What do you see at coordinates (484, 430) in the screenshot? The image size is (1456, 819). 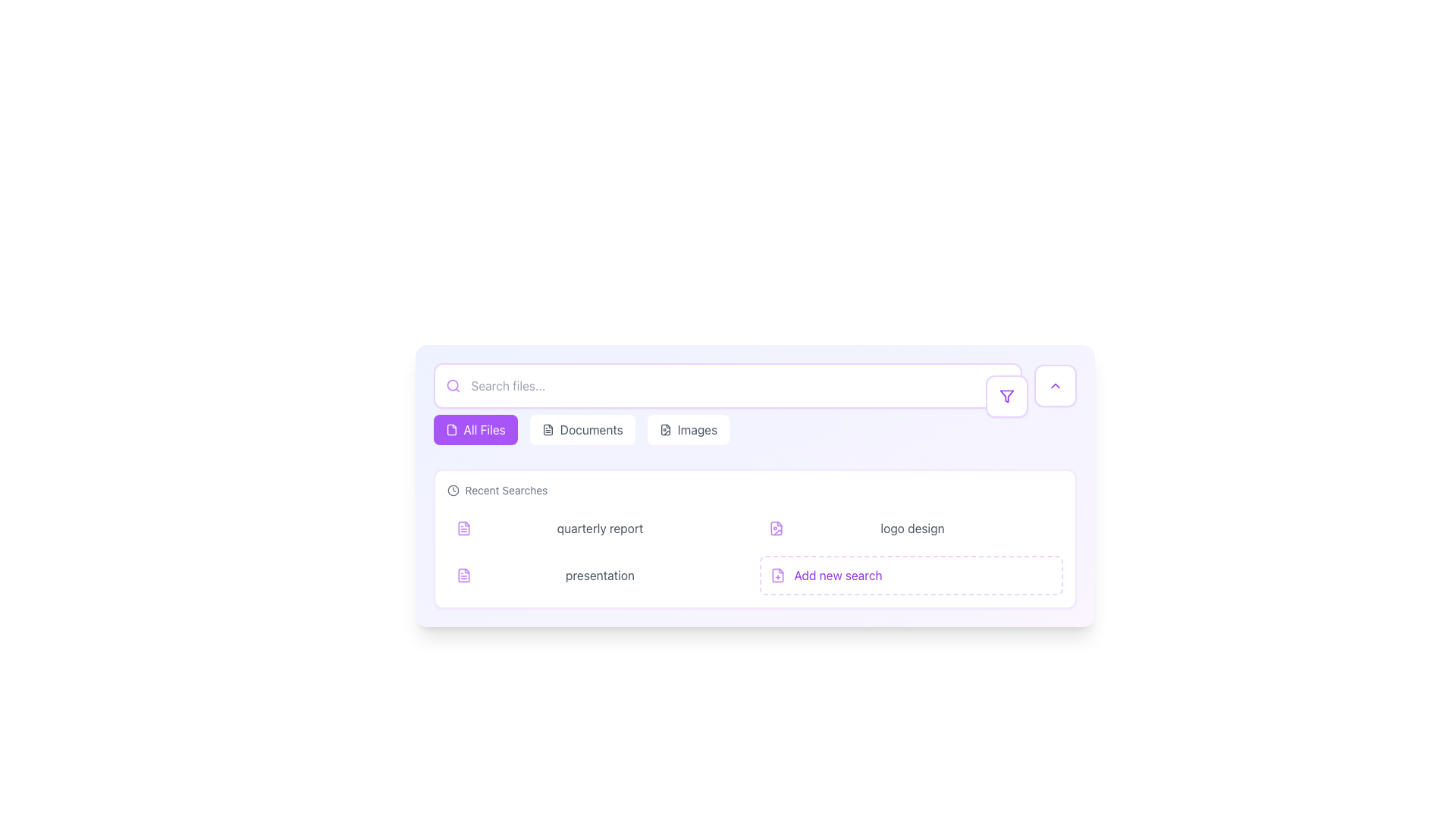 I see `the 'All Files' text label, which has white text on a purple background, to trigger a tooltip` at bounding box center [484, 430].